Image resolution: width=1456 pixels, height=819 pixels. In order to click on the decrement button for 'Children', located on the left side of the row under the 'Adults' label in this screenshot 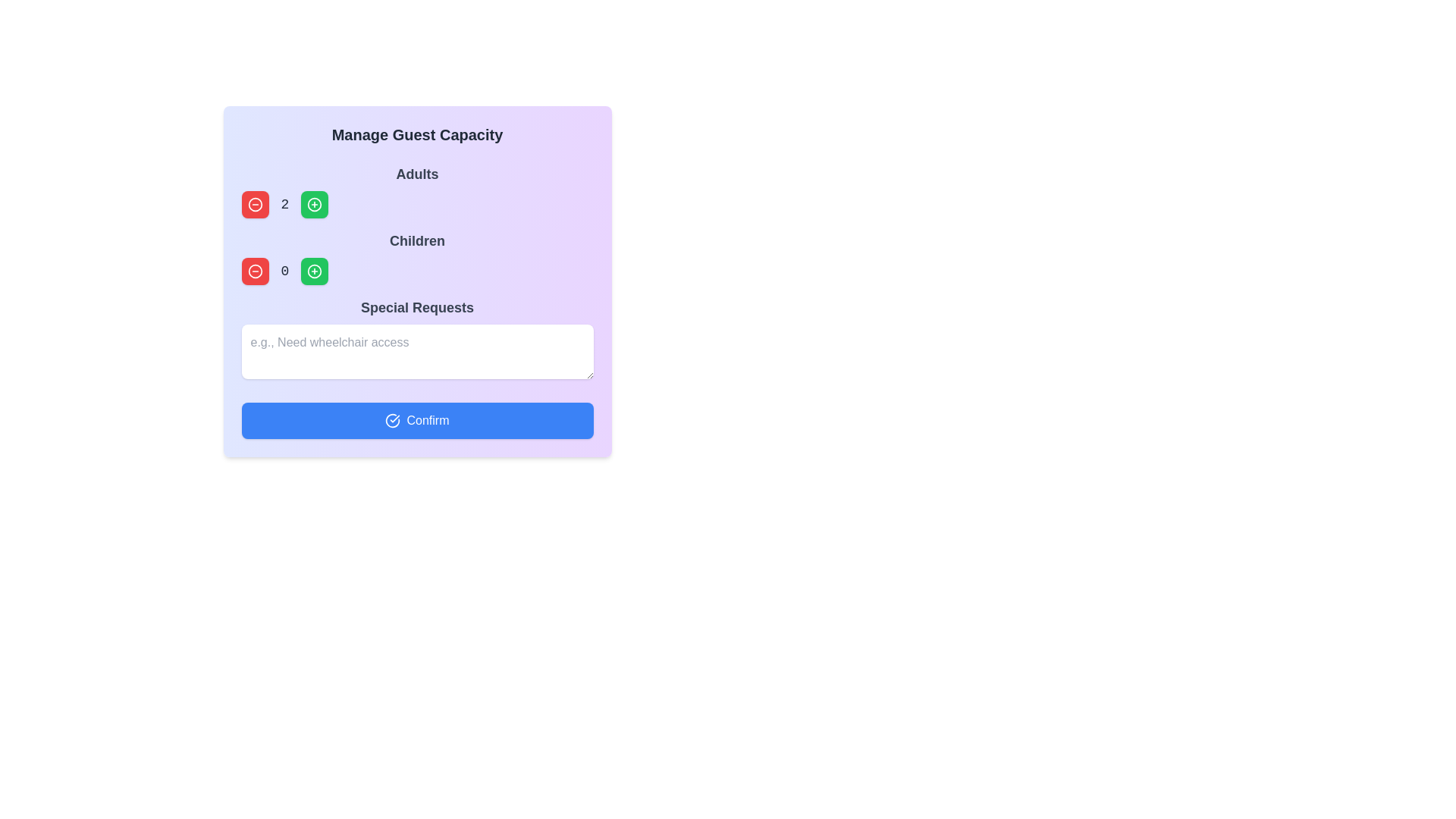, I will do `click(255, 271)`.